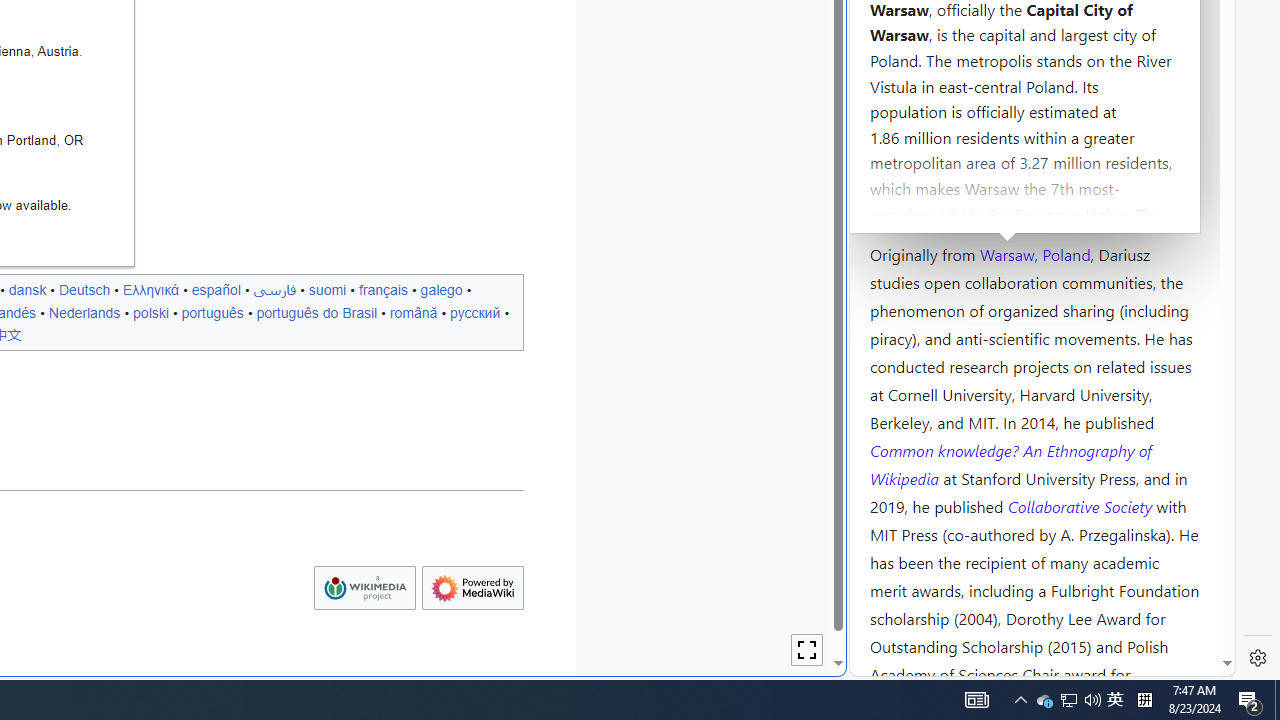 The height and width of the screenshot is (720, 1280). What do you see at coordinates (364, 587) in the screenshot?
I see `'Wikimedia Foundation'` at bounding box center [364, 587].